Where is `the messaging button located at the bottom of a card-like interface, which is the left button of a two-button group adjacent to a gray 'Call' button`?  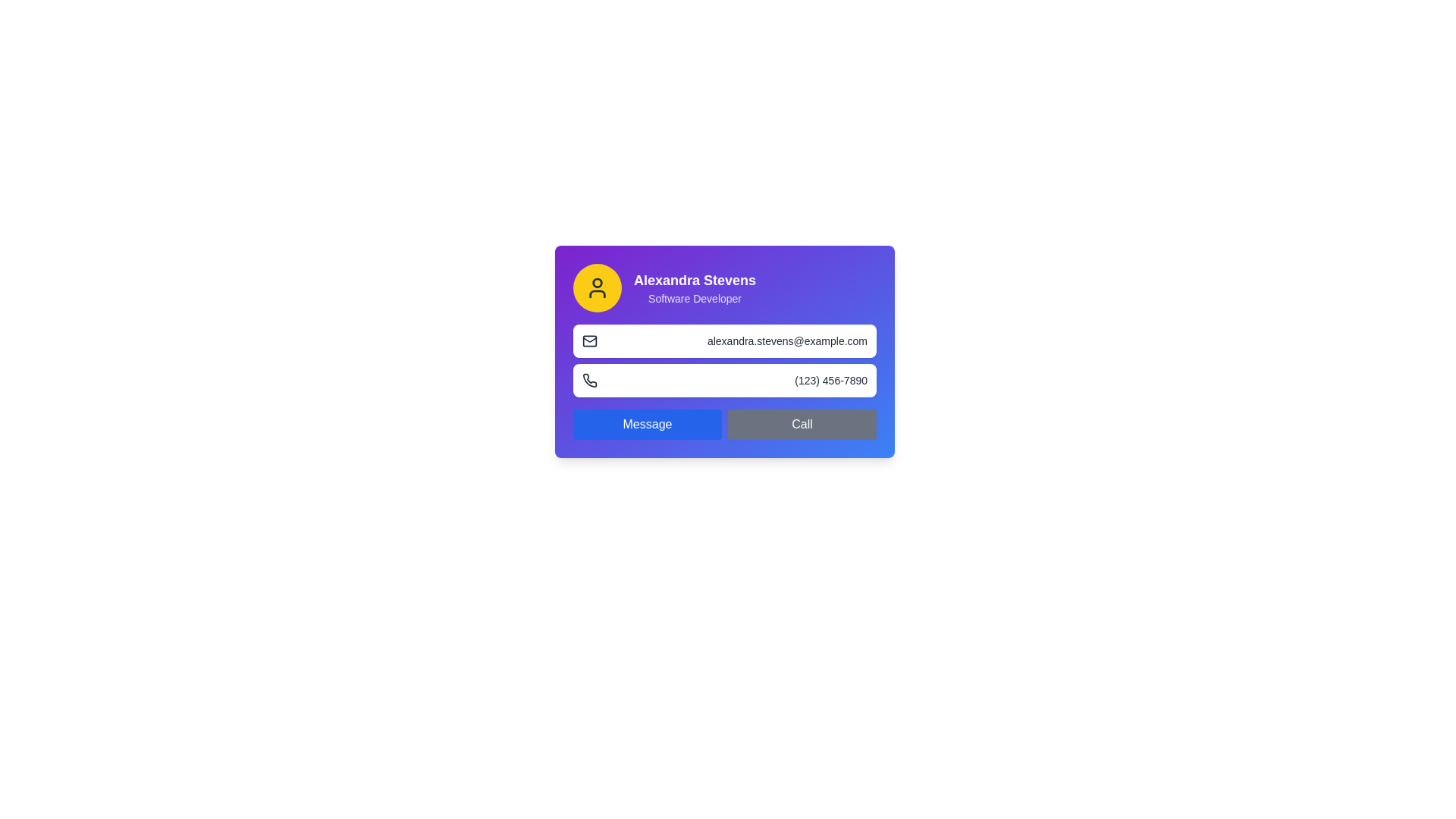 the messaging button located at the bottom of a card-like interface, which is the left button of a two-button group adjacent to a gray 'Call' button is located at coordinates (648, 424).